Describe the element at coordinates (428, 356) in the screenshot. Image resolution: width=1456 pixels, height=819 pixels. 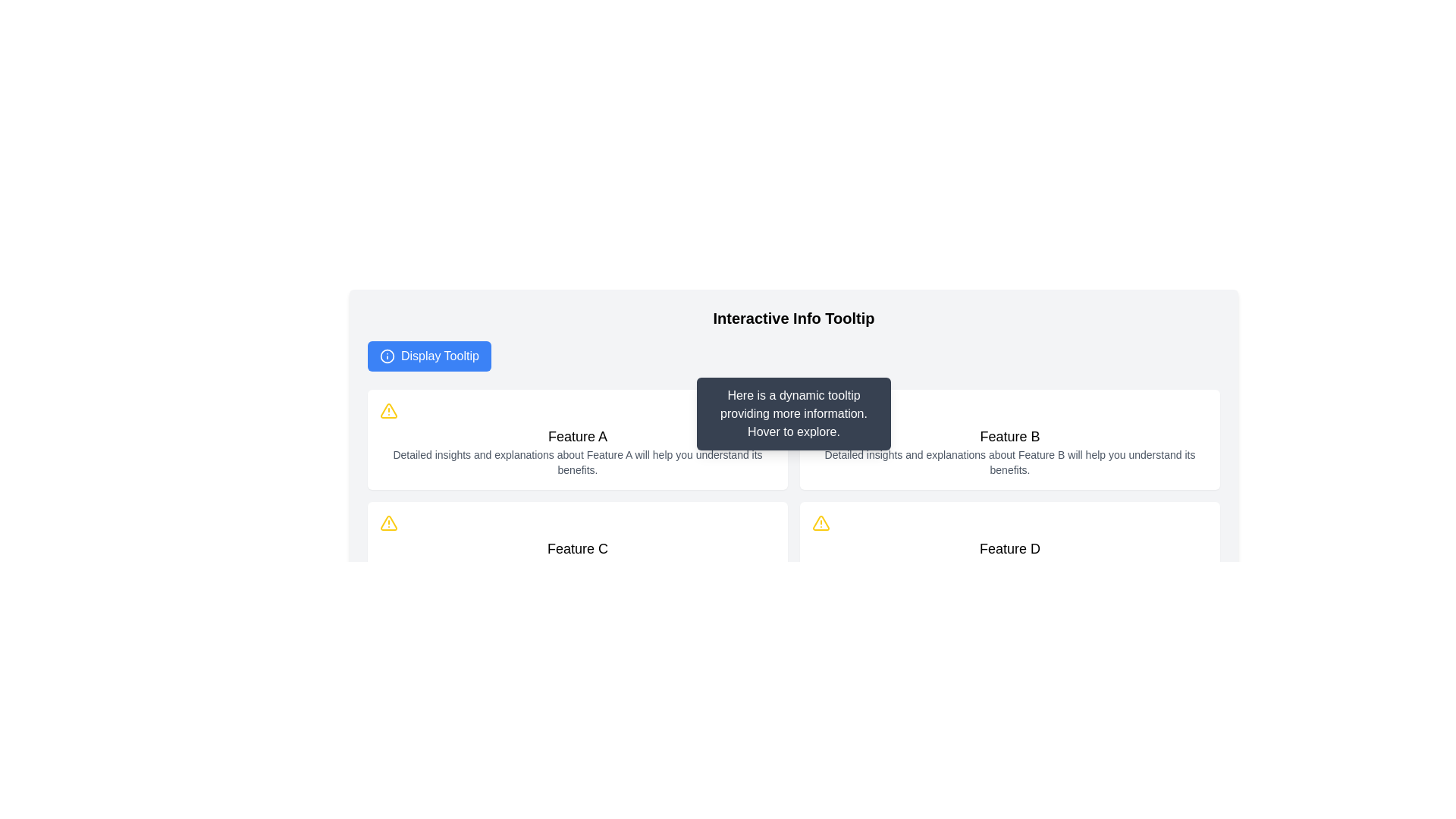
I see `the blue button labeled 'Display Tooltip' with a white text and an info icon` at that location.